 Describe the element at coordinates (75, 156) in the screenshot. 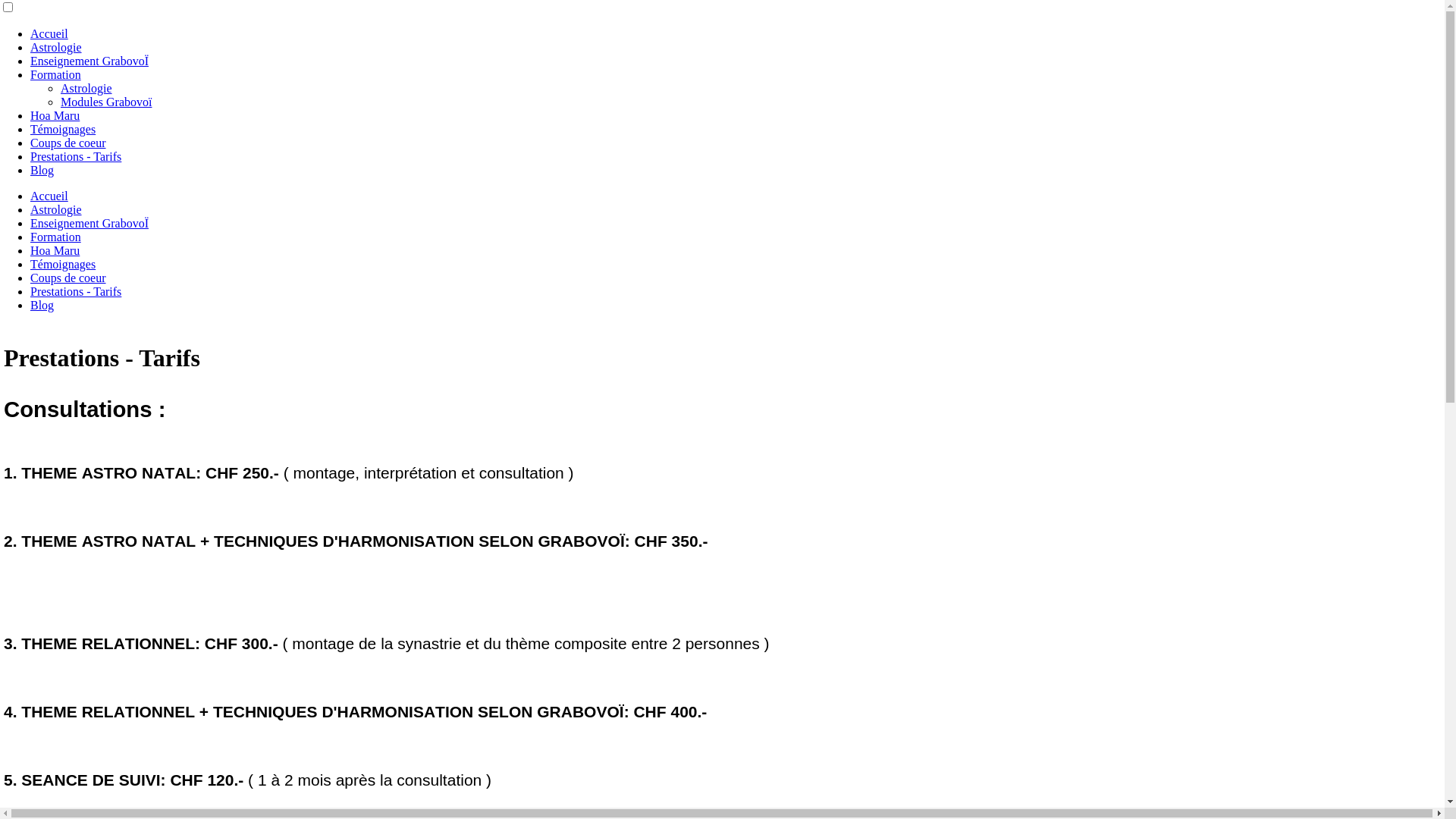

I see `'Prestations - Tarifs'` at that location.